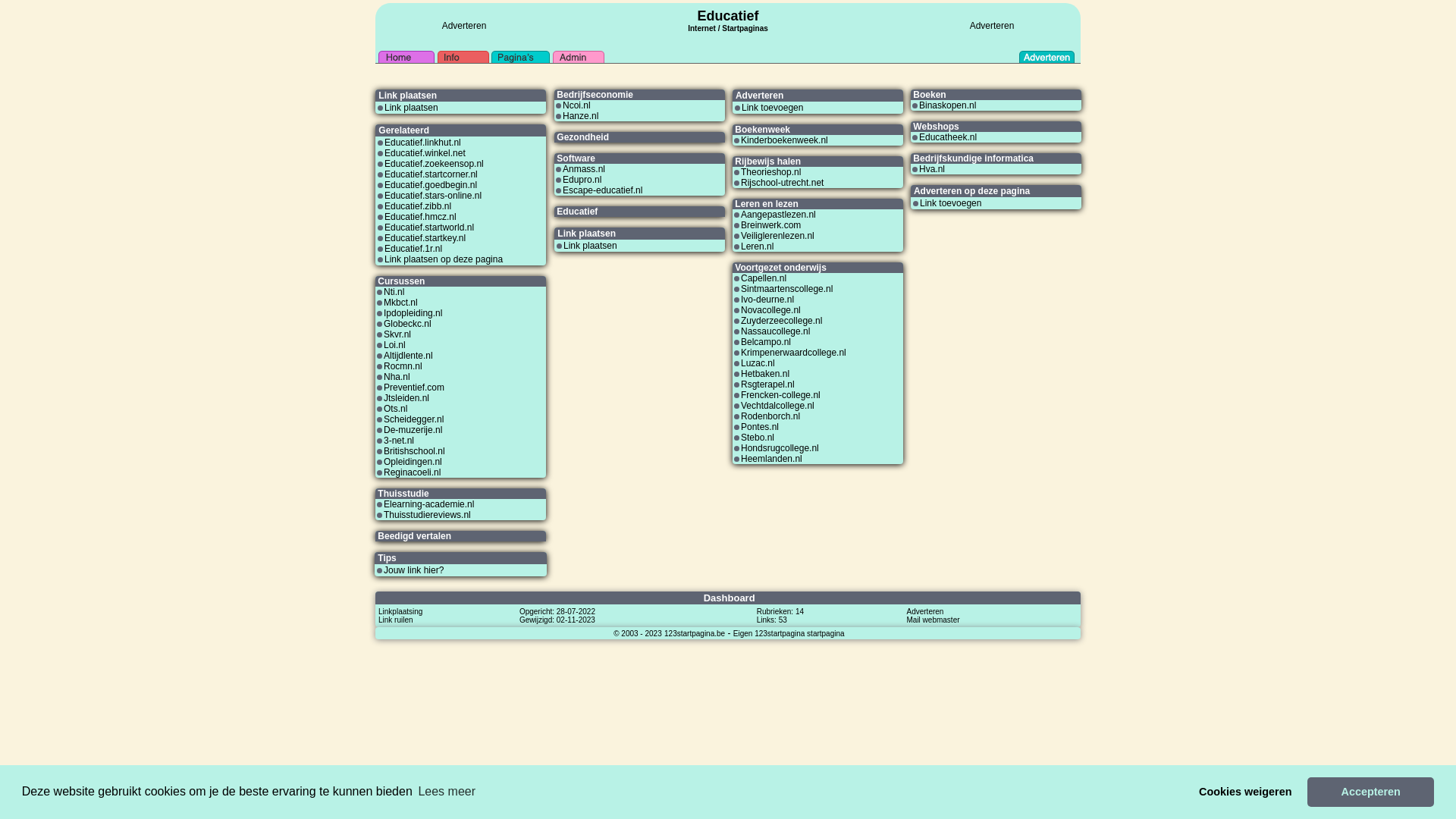 Image resolution: width=1456 pixels, height=819 pixels. What do you see at coordinates (443, 259) in the screenshot?
I see `'Link plaatsen op deze pagina'` at bounding box center [443, 259].